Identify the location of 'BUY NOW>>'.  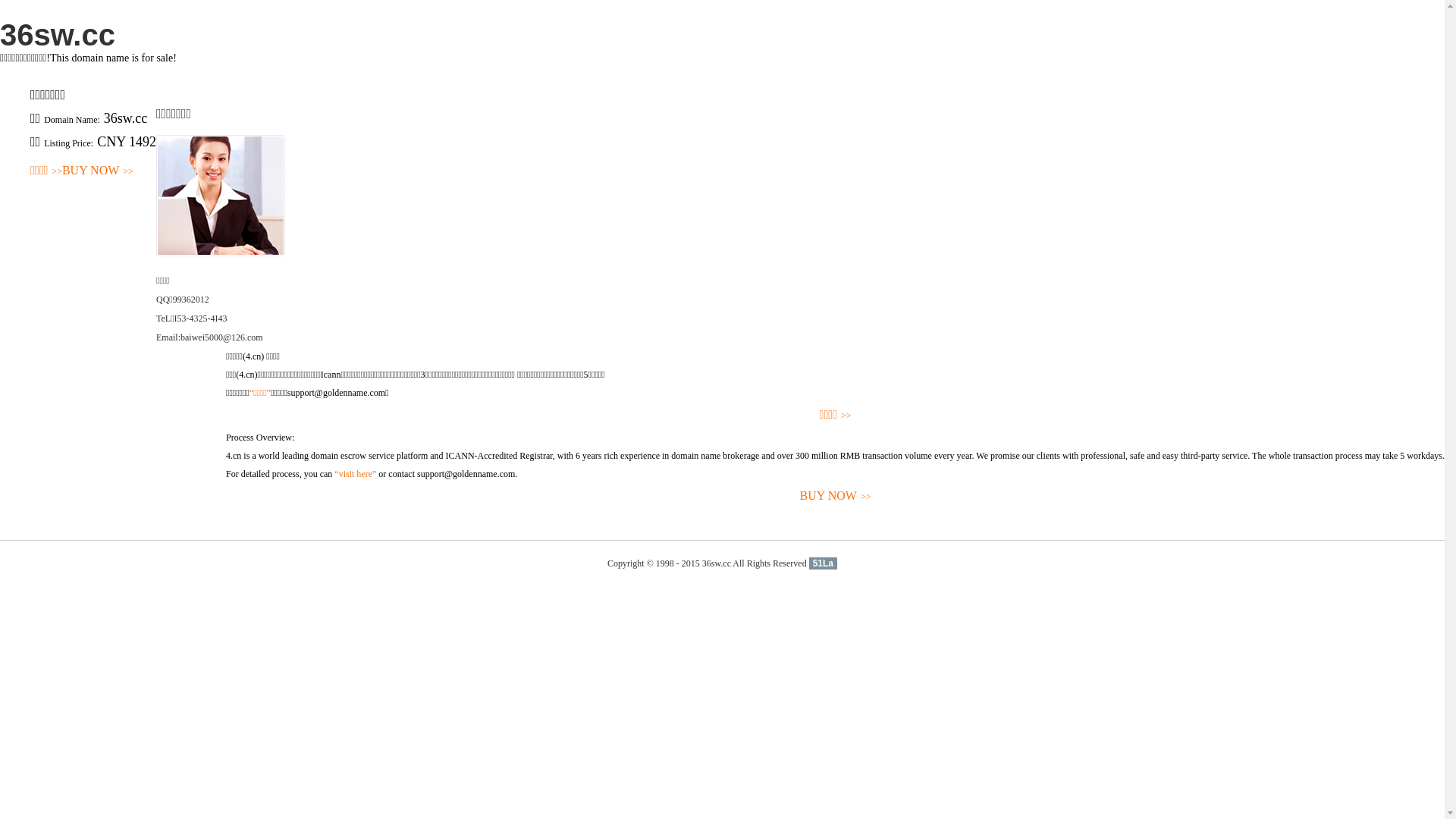
(834, 496).